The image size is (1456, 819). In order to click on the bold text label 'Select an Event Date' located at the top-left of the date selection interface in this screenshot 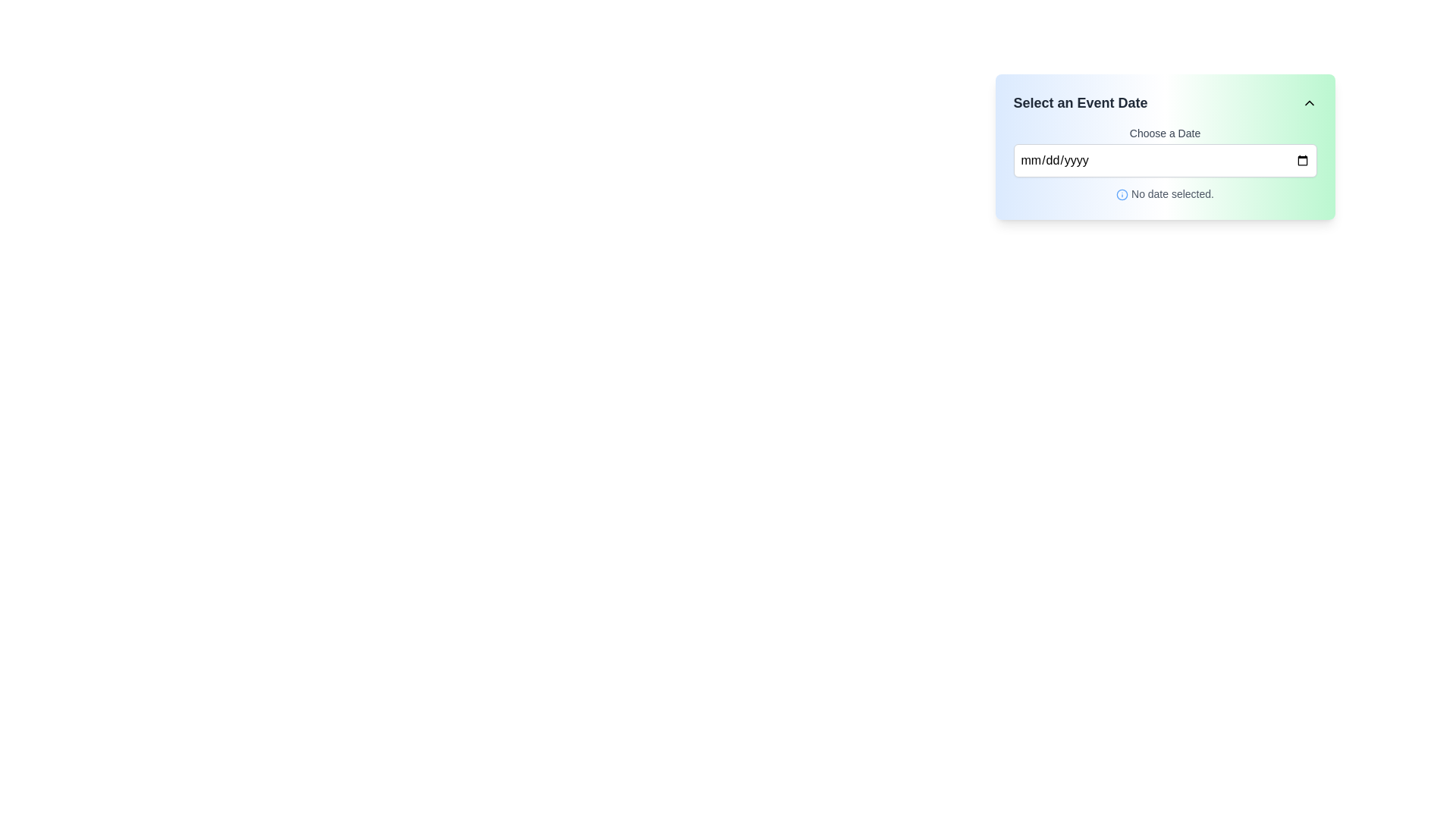, I will do `click(1080, 102)`.